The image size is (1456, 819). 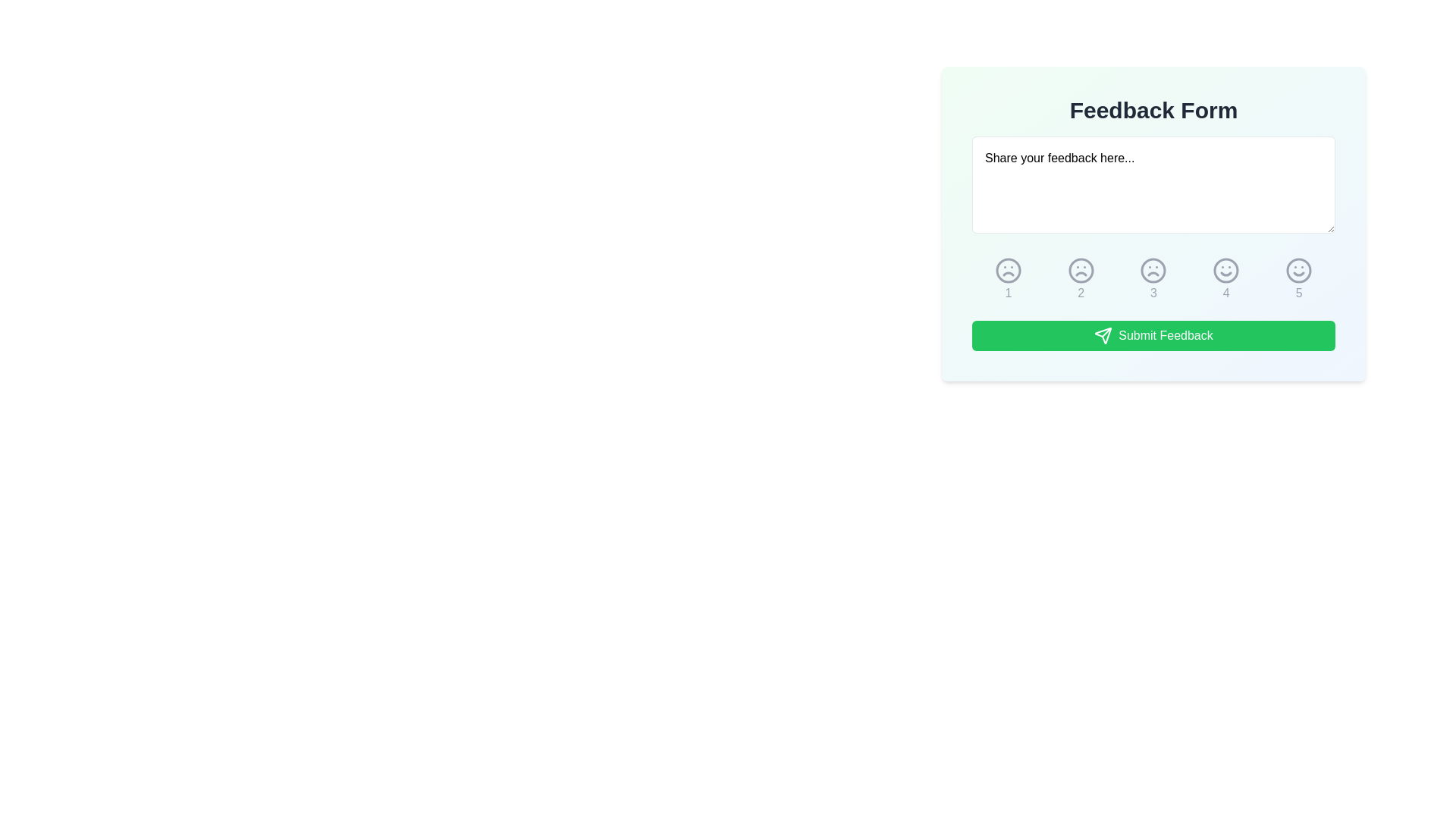 What do you see at coordinates (1008, 280) in the screenshot?
I see `the Rating button, which is the first circular icon in a horizontal row for user feedback` at bounding box center [1008, 280].